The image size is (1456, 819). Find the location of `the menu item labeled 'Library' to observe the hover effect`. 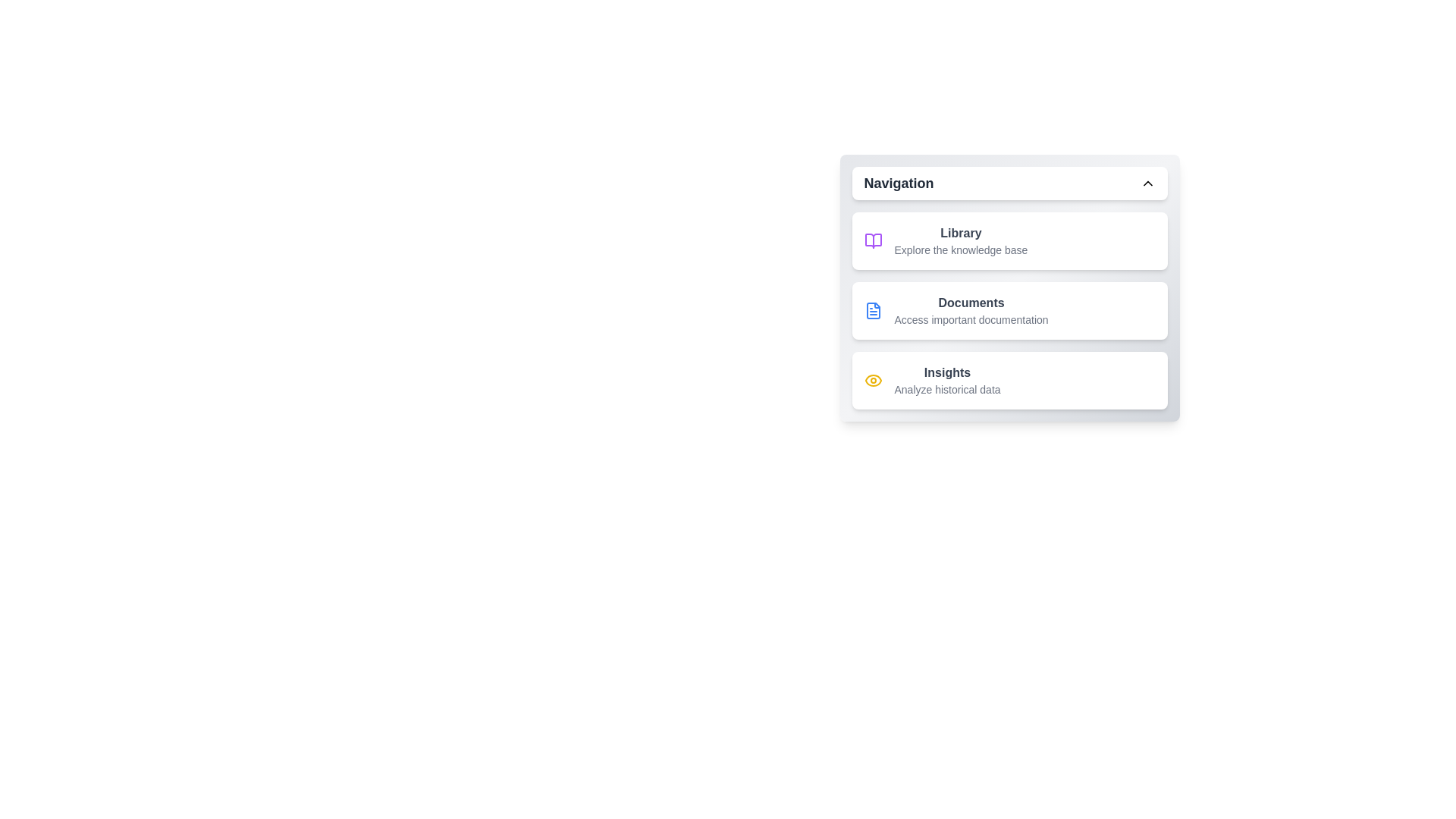

the menu item labeled 'Library' to observe the hover effect is located at coordinates (1009, 240).